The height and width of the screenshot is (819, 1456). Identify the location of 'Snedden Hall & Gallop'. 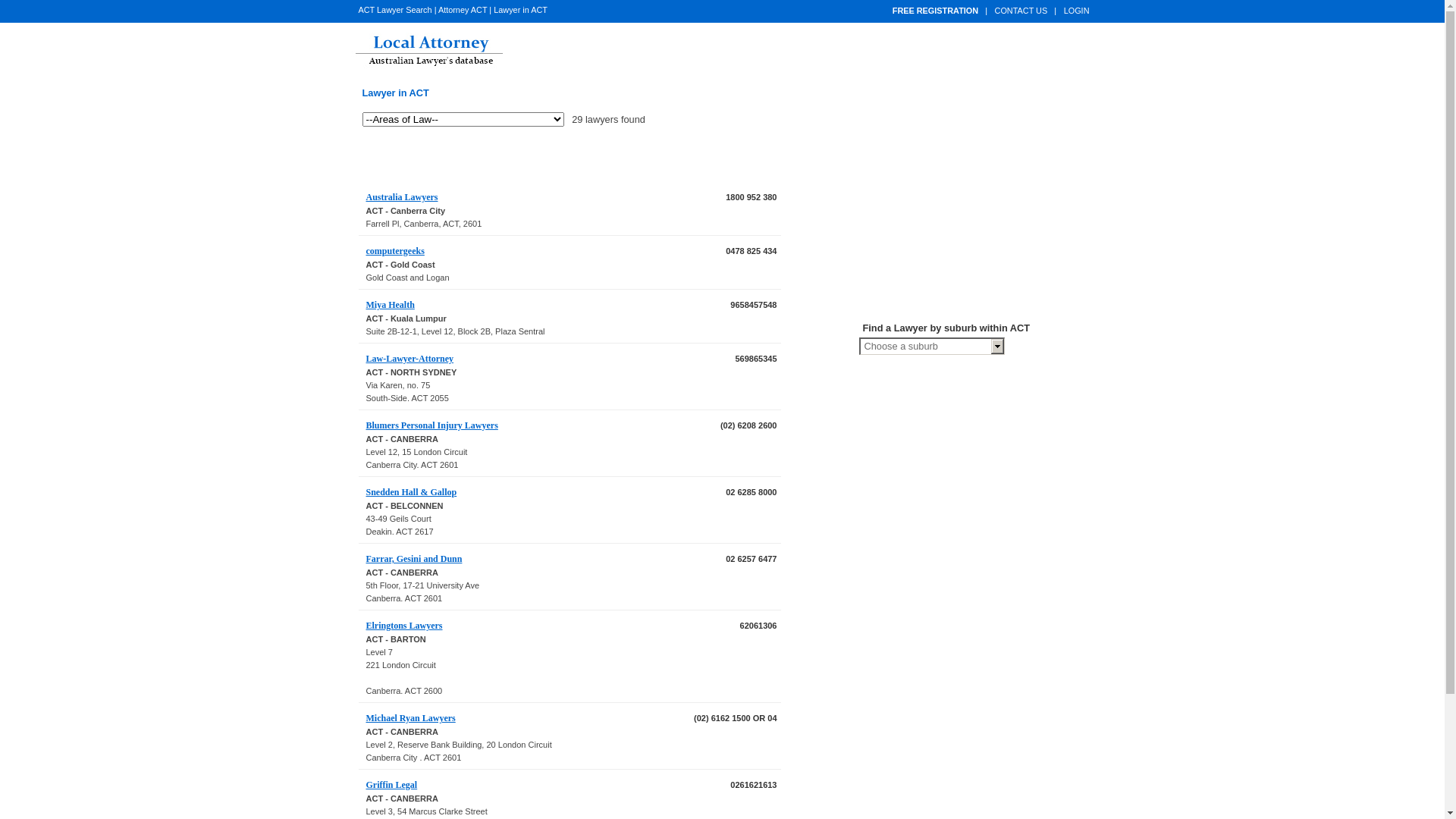
(365, 491).